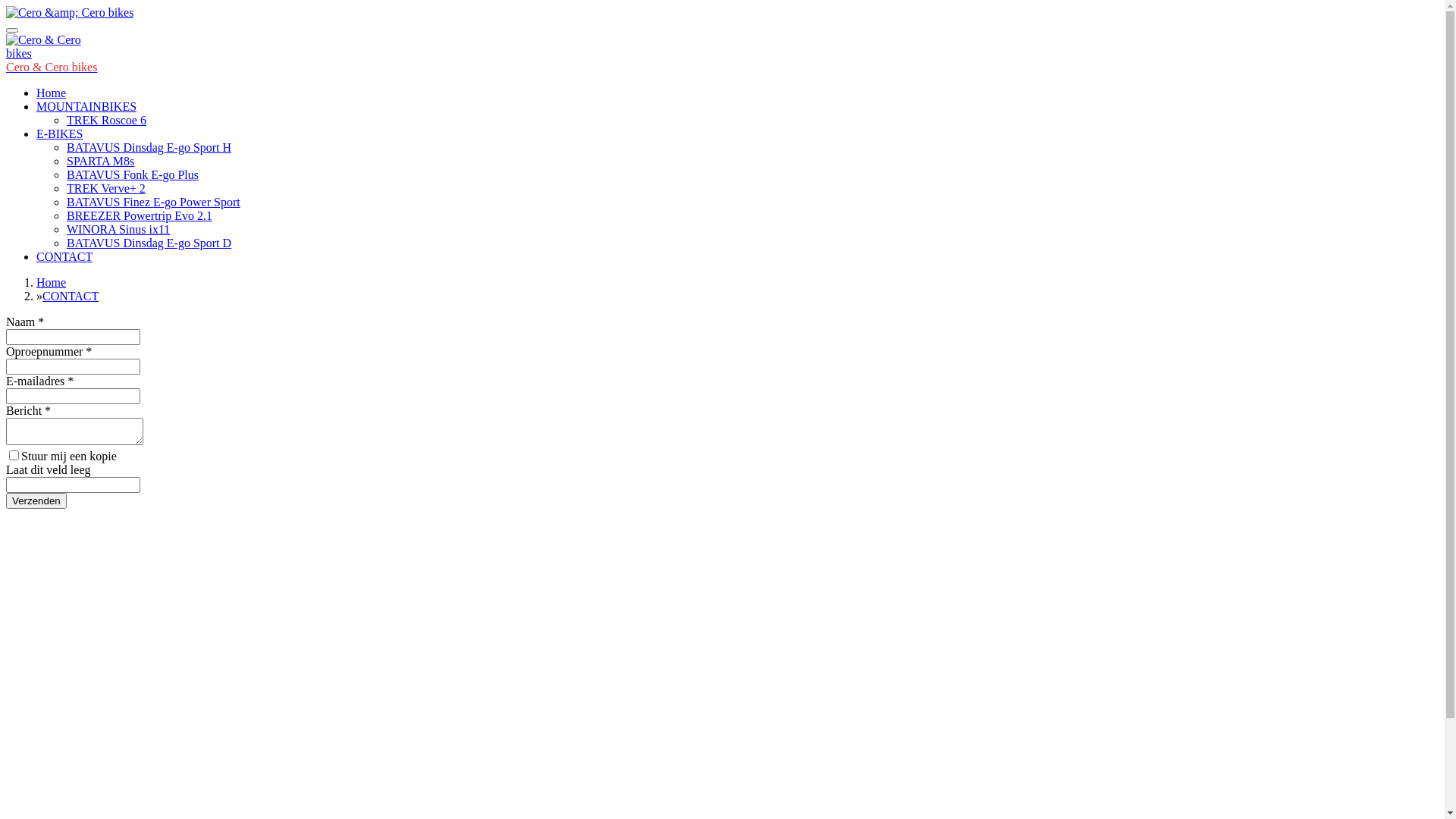 This screenshot has width=1456, height=819. I want to click on 'WINORA Sinus ix11', so click(118, 229).